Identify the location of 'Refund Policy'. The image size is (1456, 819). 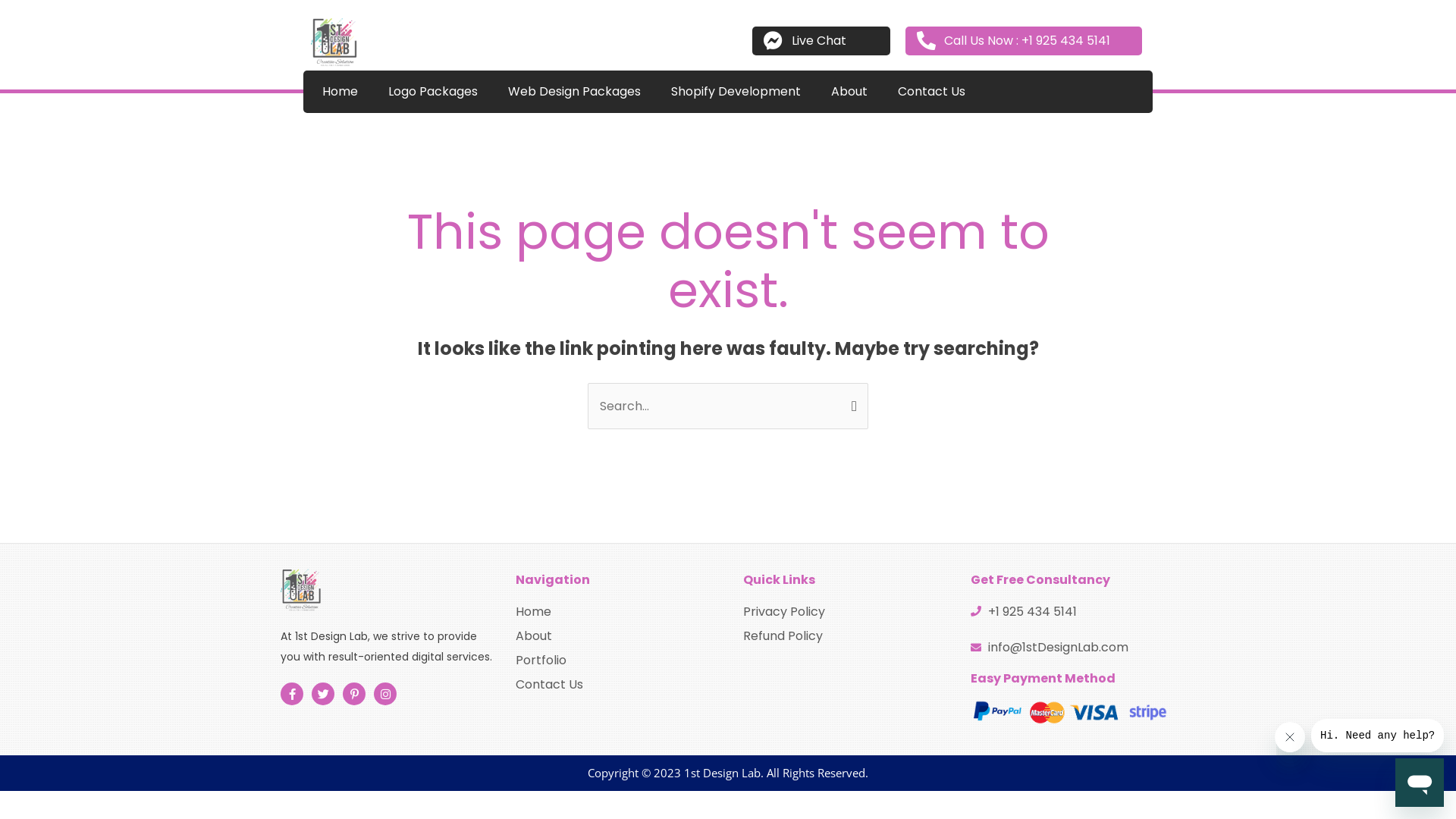
(840, 635).